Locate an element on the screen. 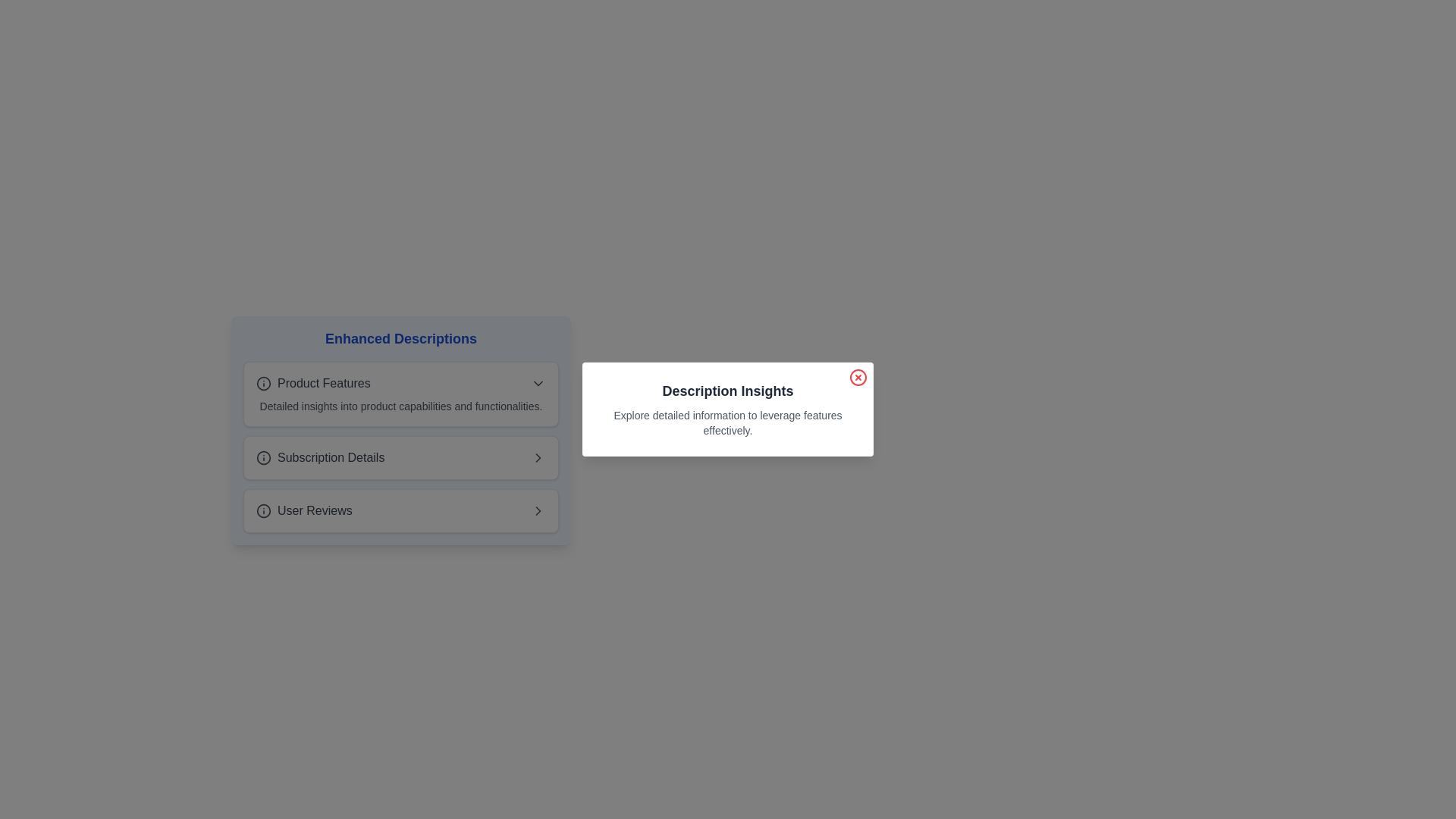 The image size is (1456, 819). the circular graphical element that is part of the 'User Reviews' icon, located to the left of the 'User Reviews' text is located at coordinates (263, 511).